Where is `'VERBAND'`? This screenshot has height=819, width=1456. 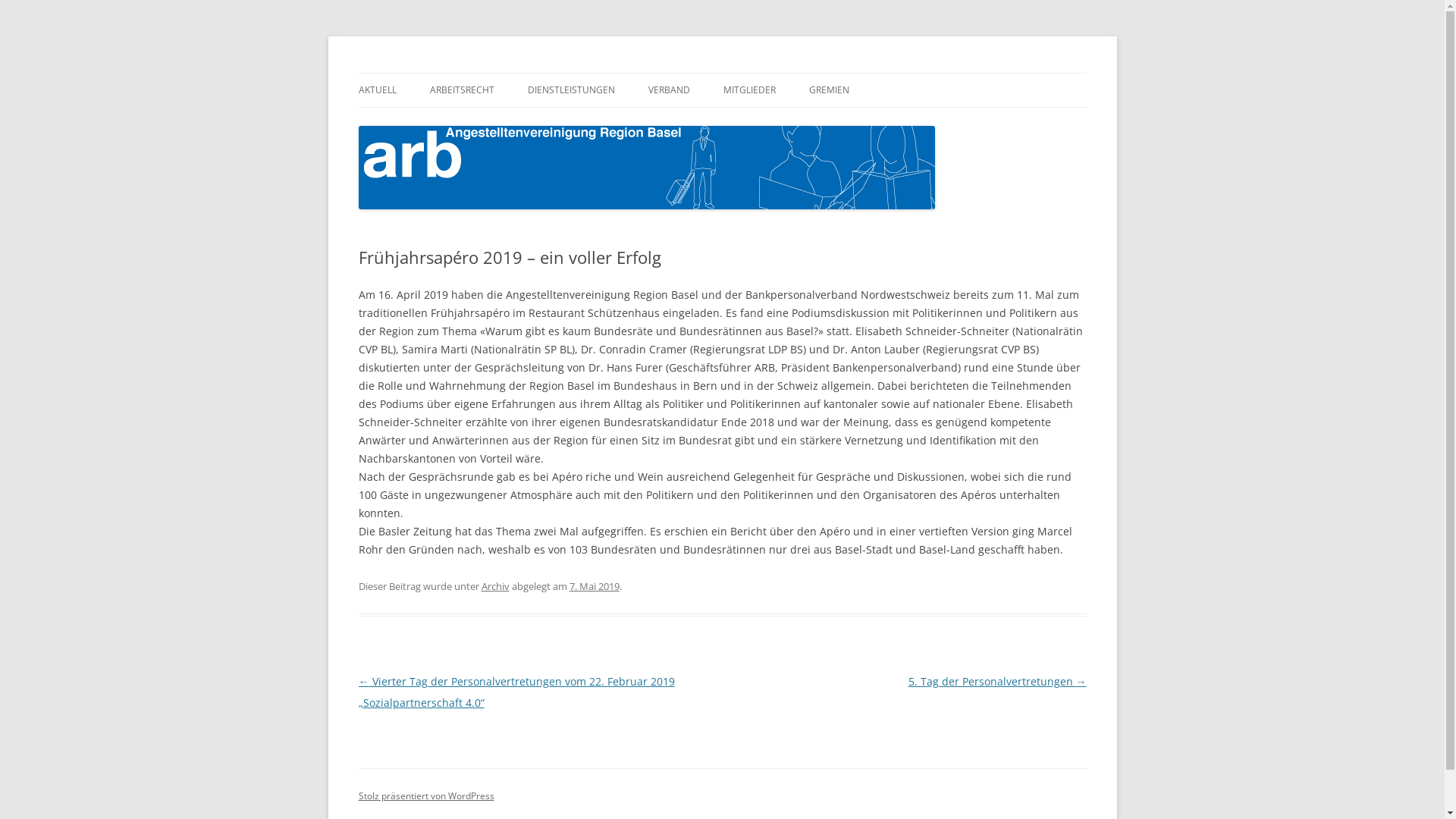 'VERBAND' is located at coordinates (667, 90).